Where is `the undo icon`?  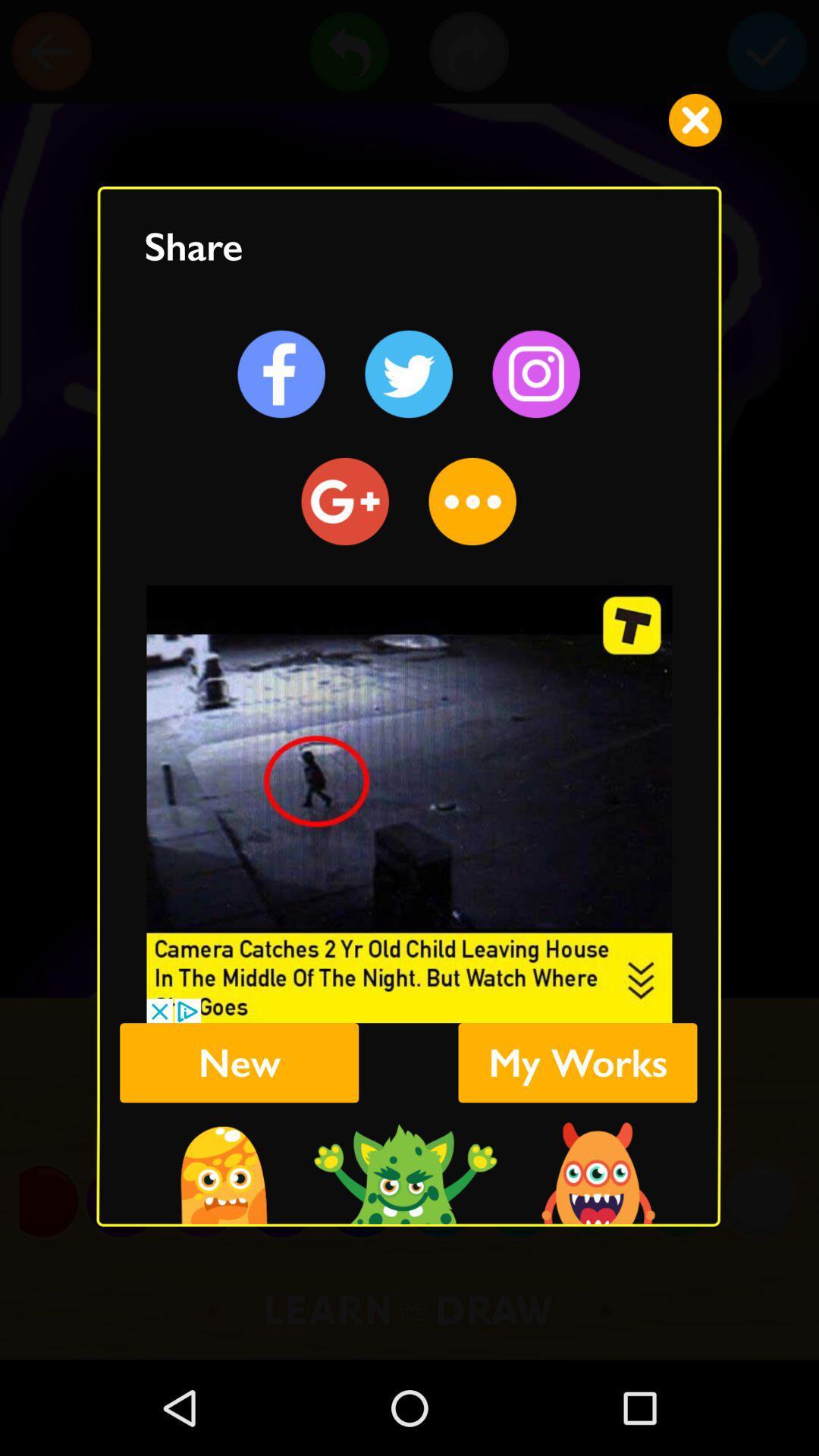 the undo icon is located at coordinates (349, 52).